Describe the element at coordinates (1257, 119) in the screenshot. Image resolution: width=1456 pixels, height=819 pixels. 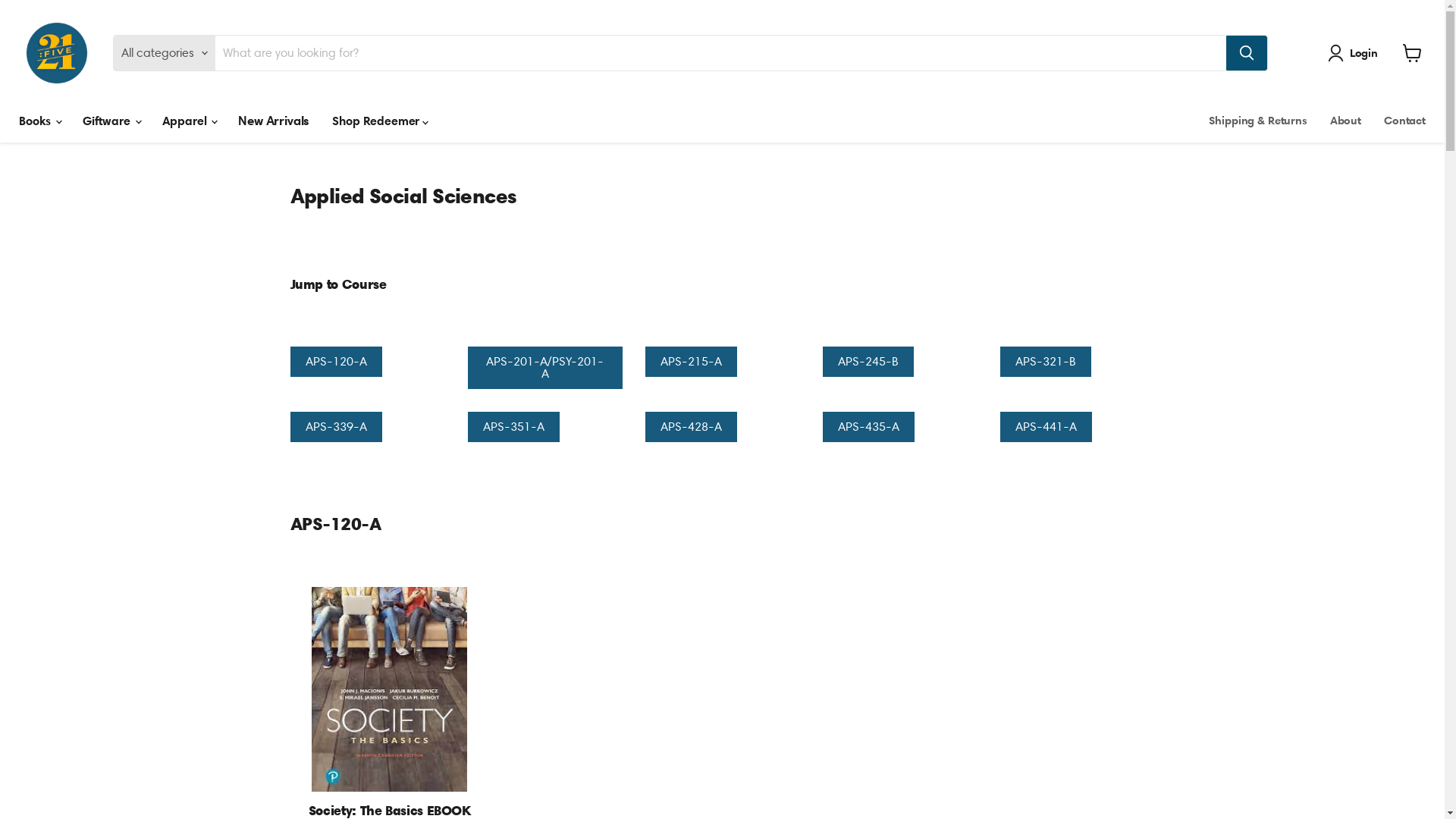
I see `'Shipping & Returns'` at that location.